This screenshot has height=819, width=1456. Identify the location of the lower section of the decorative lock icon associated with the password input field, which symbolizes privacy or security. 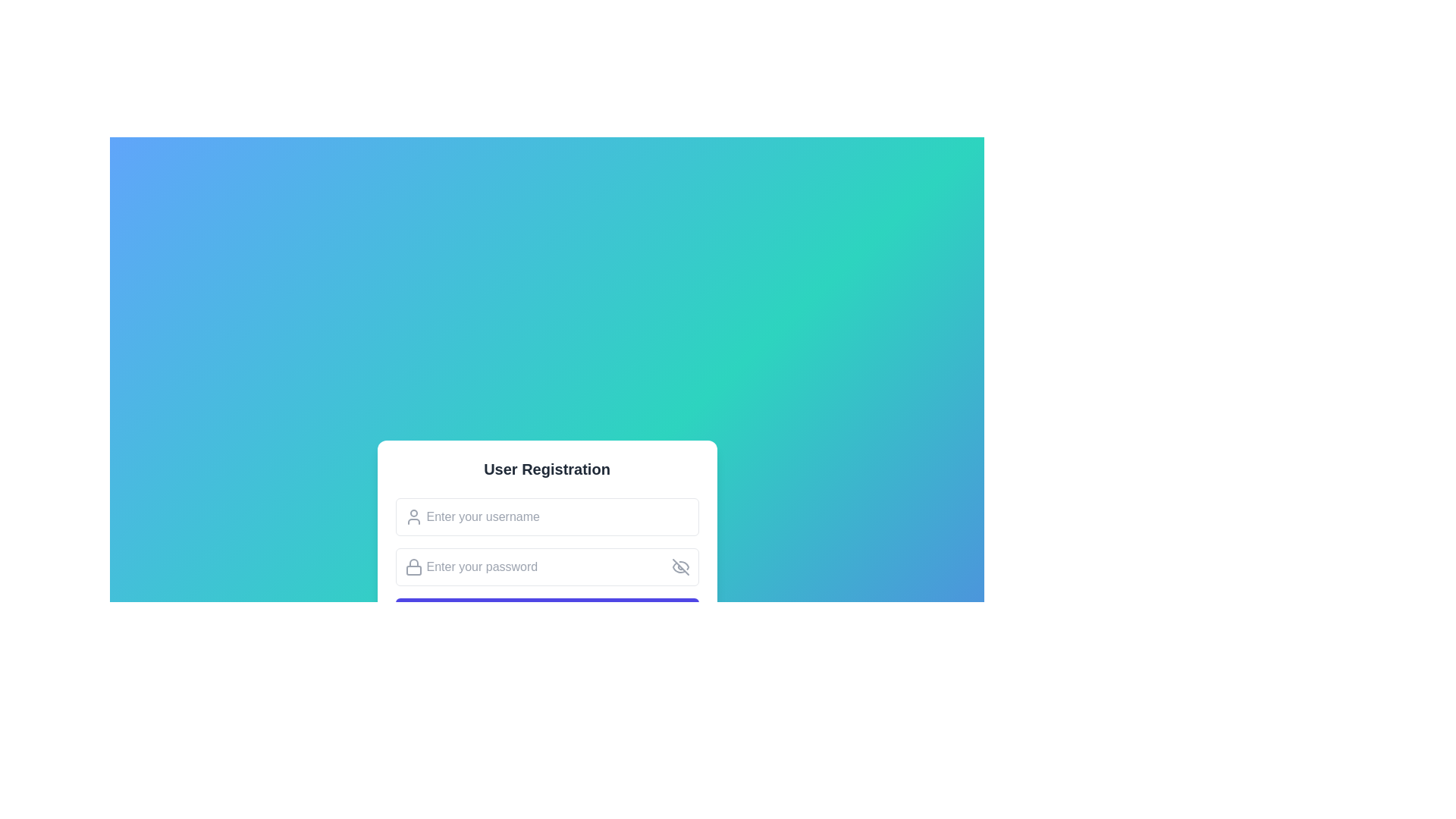
(413, 570).